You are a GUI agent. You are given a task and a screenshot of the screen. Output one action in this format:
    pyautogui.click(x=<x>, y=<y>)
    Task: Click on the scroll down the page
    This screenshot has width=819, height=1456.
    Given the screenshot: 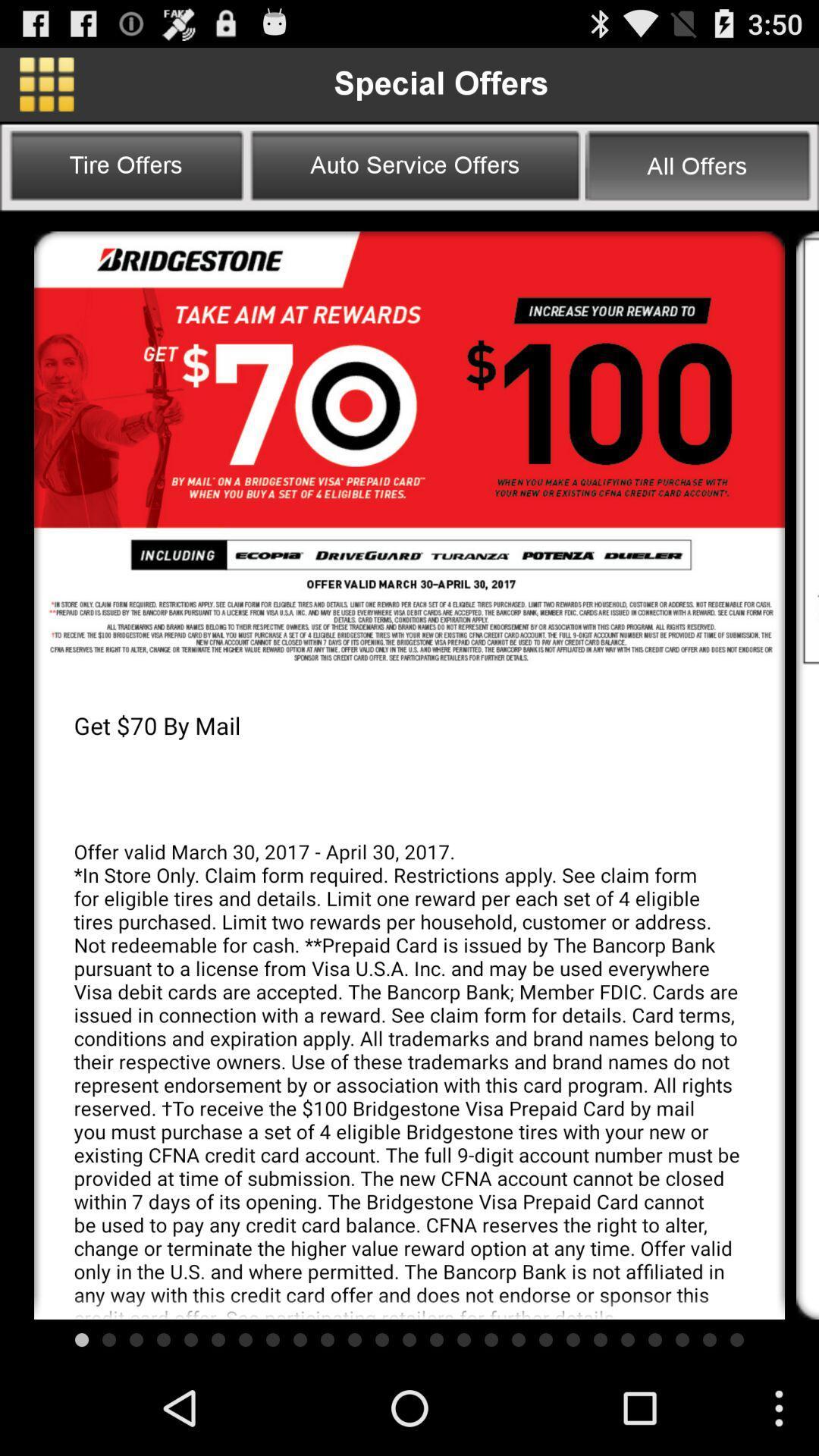 What is the action you would take?
    pyautogui.click(x=806, y=450)
    